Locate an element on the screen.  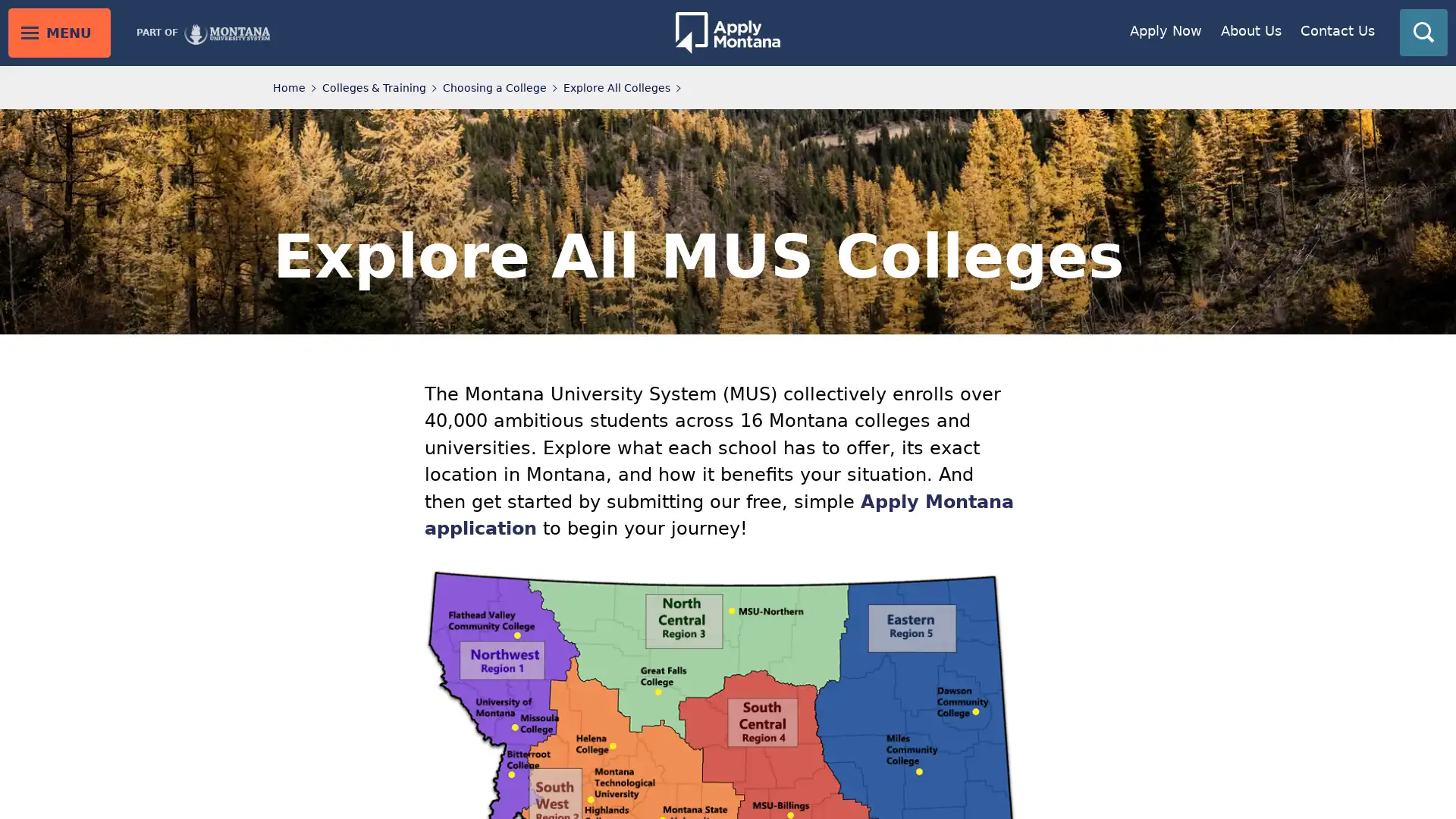
toggle main menu is located at coordinates (59, 32).